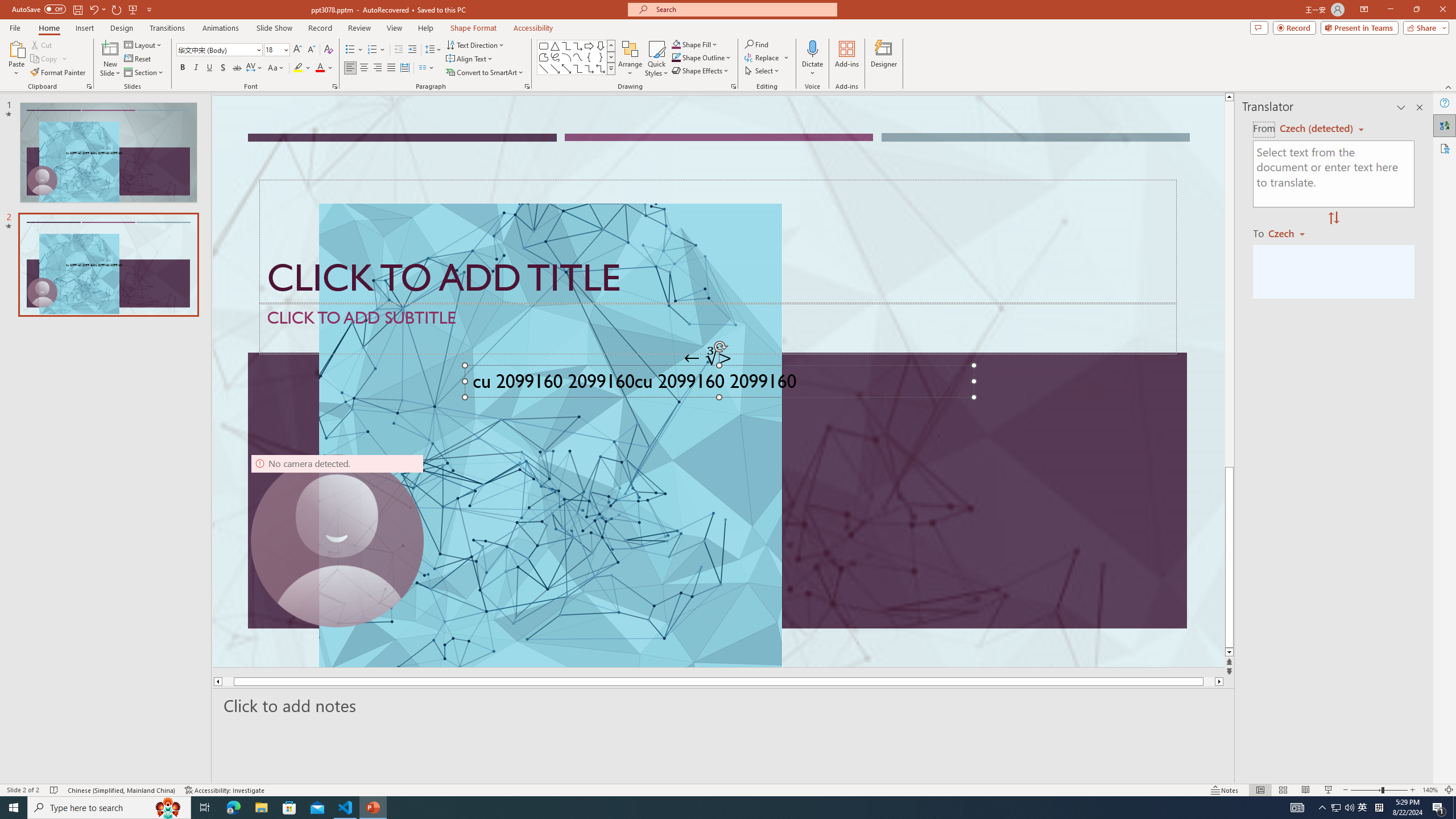 The width and height of the screenshot is (1456, 819). I want to click on 'TextBox 61', so click(717, 383).